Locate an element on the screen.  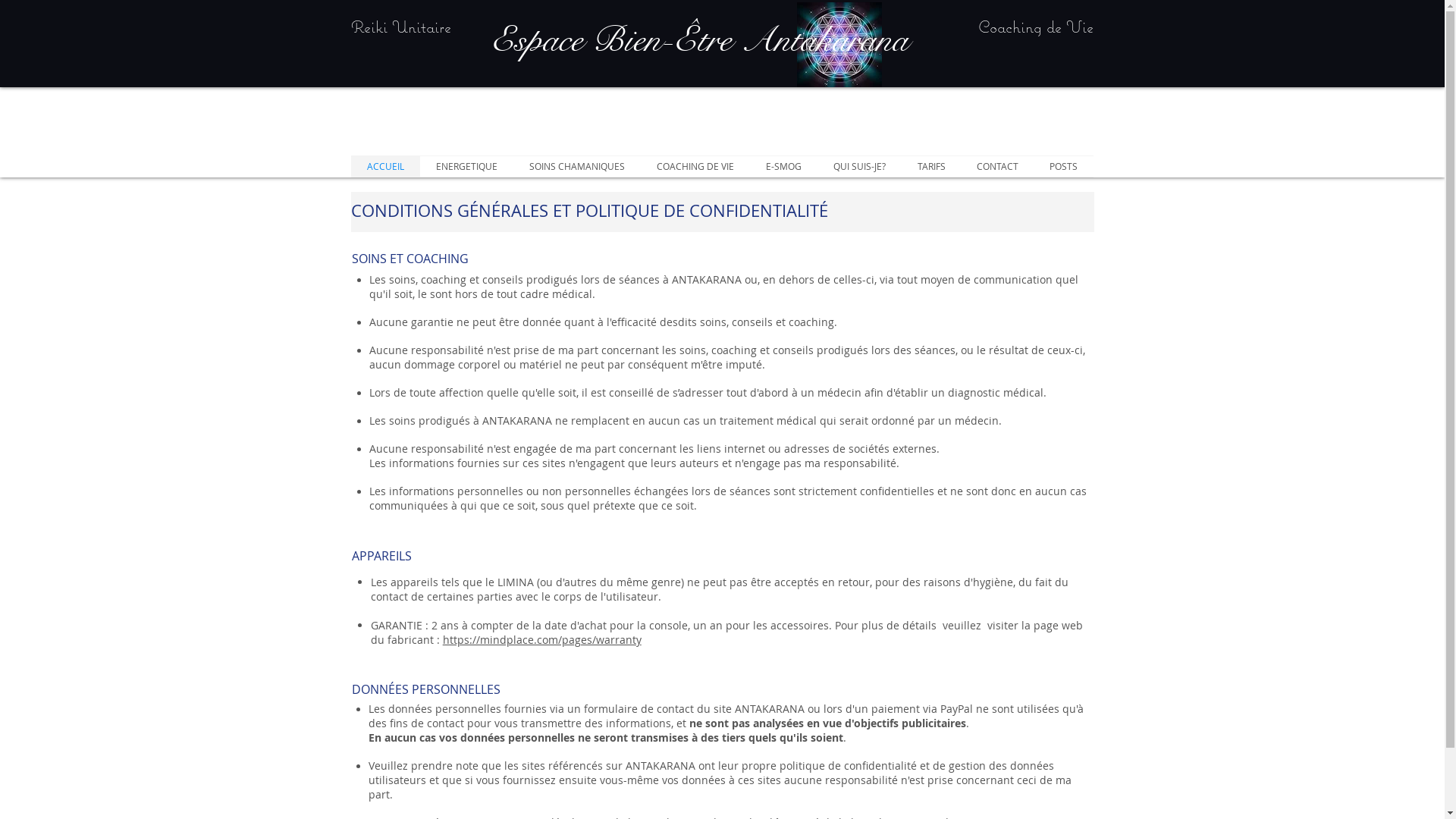
'CONTACT' is located at coordinates (997, 166).